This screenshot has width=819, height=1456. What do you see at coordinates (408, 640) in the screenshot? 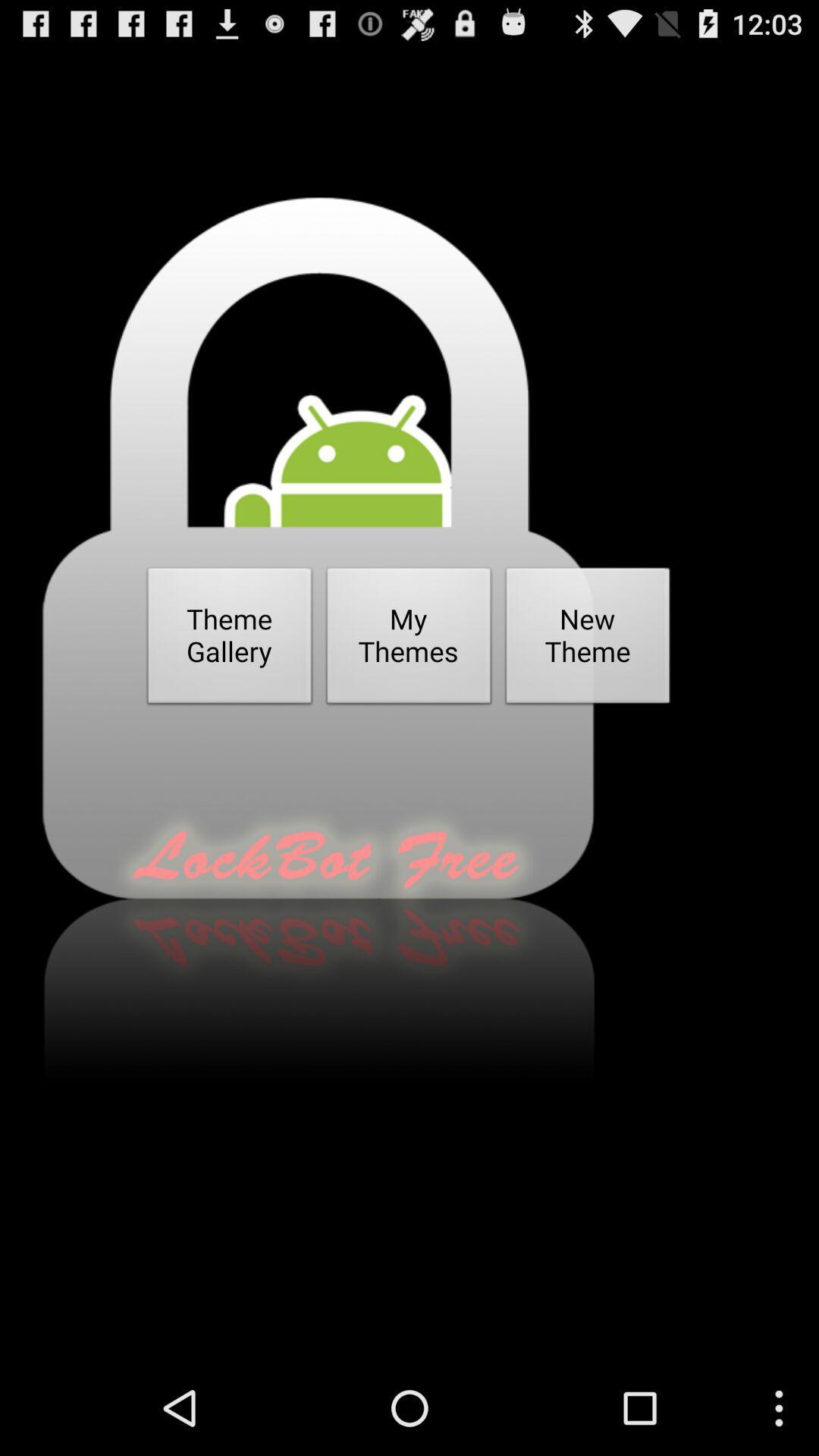
I see `button to the right of theme gallery button` at bounding box center [408, 640].